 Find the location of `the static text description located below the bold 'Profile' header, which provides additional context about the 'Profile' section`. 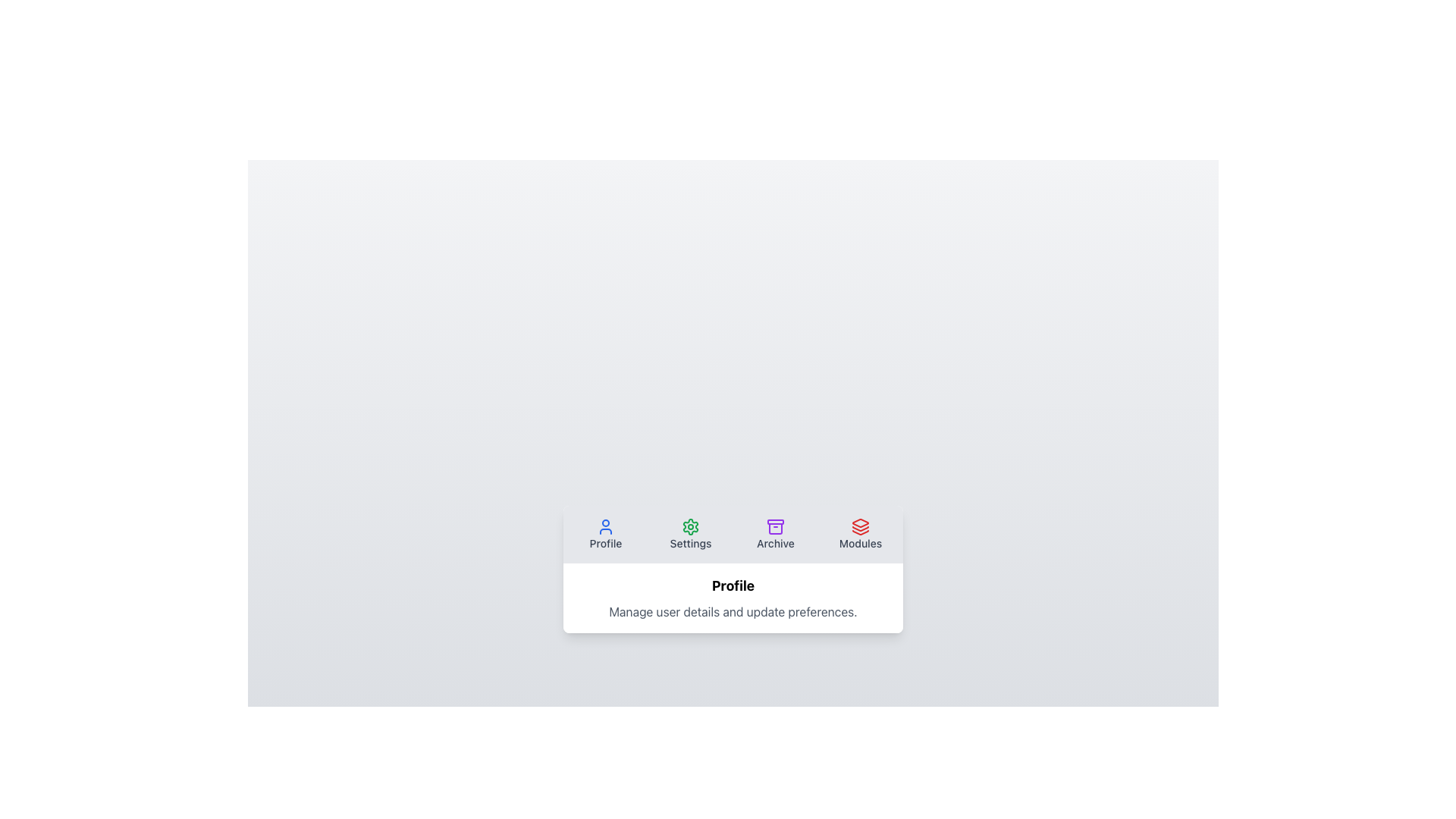

the static text description located below the bold 'Profile' header, which provides additional context about the 'Profile' section is located at coordinates (733, 610).